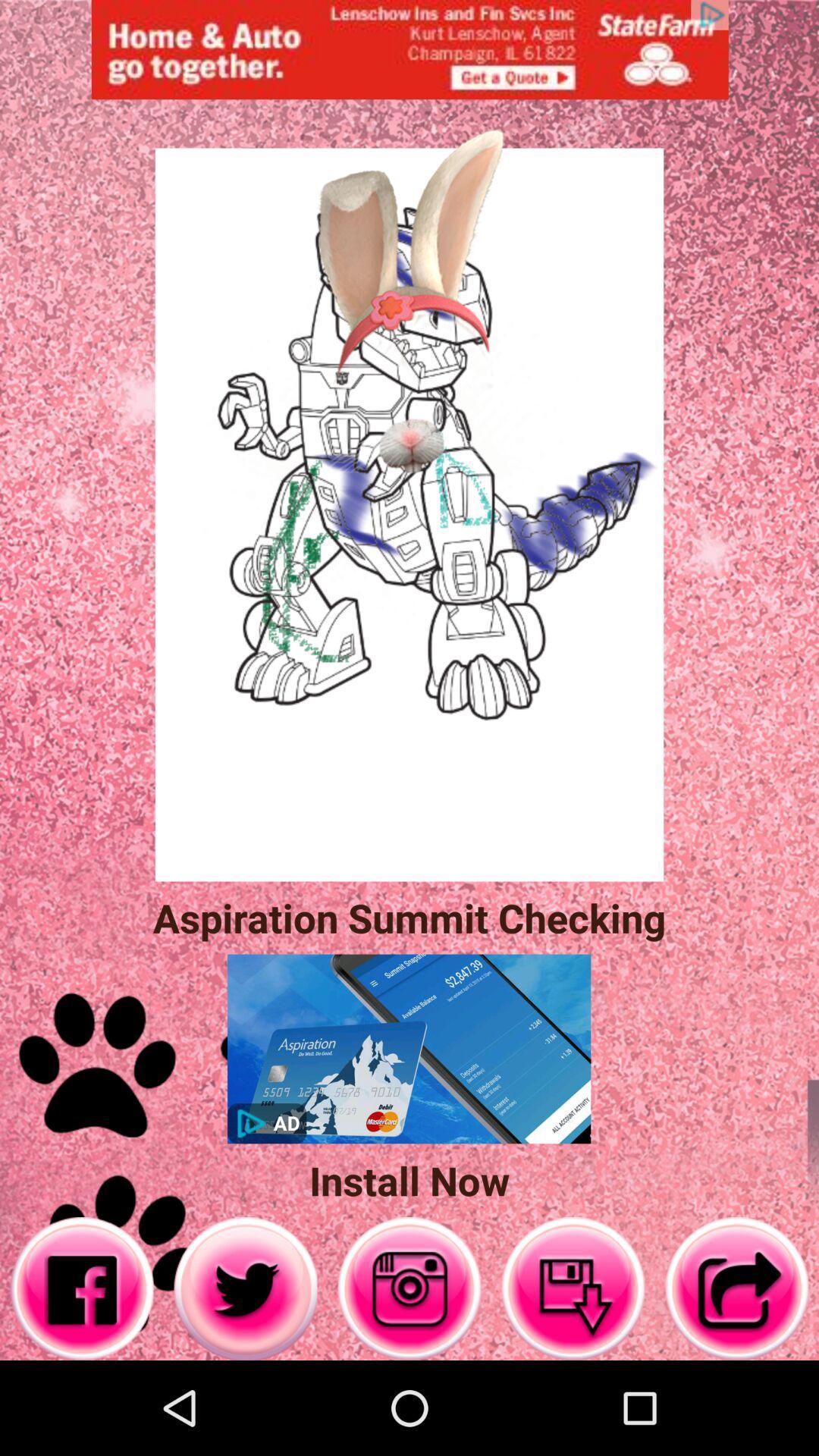 This screenshot has height=1456, width=819. Describe the element at coordinates (736, 1288) in the screenshot. I see `the button which is at the bottom right corner of the page` at that location.